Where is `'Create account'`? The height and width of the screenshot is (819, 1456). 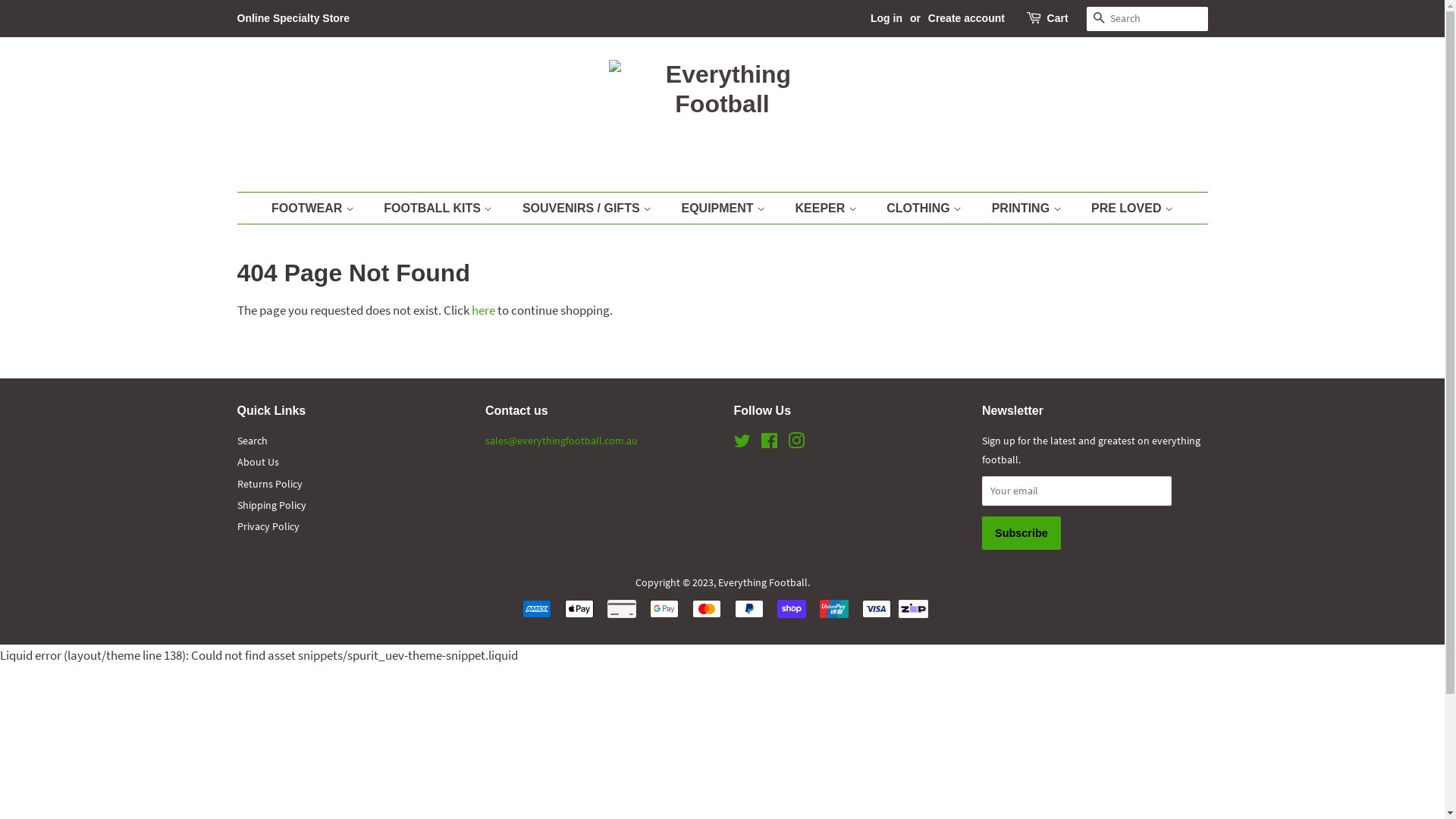
'Create account' is located at coordinates (965, 17).